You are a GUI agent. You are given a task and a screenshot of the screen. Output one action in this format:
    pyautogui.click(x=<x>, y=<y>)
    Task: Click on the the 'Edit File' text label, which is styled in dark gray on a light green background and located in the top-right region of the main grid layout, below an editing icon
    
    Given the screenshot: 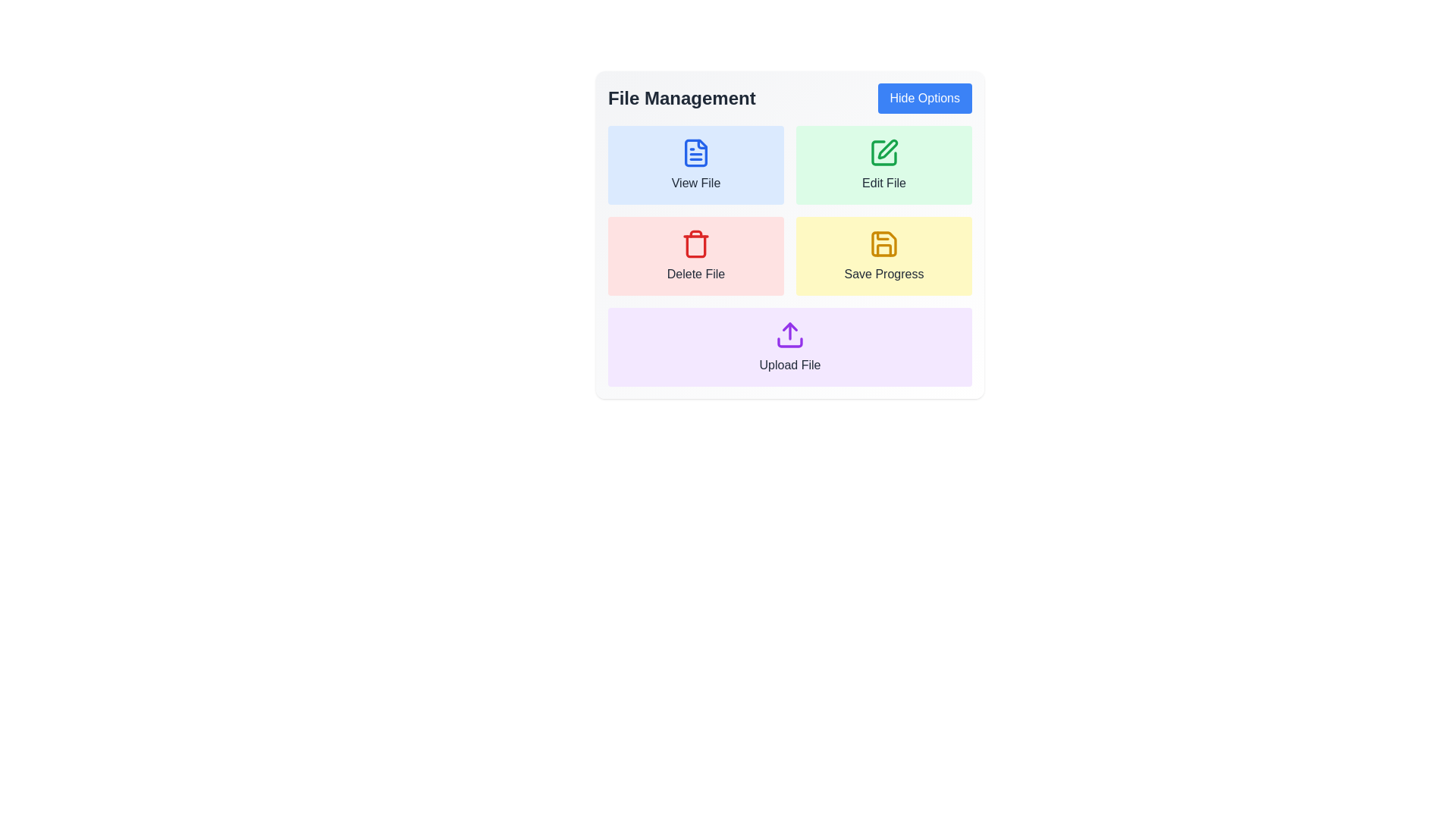 What is the action you would take?
    pyautogui.click(x=884, y=183)
    